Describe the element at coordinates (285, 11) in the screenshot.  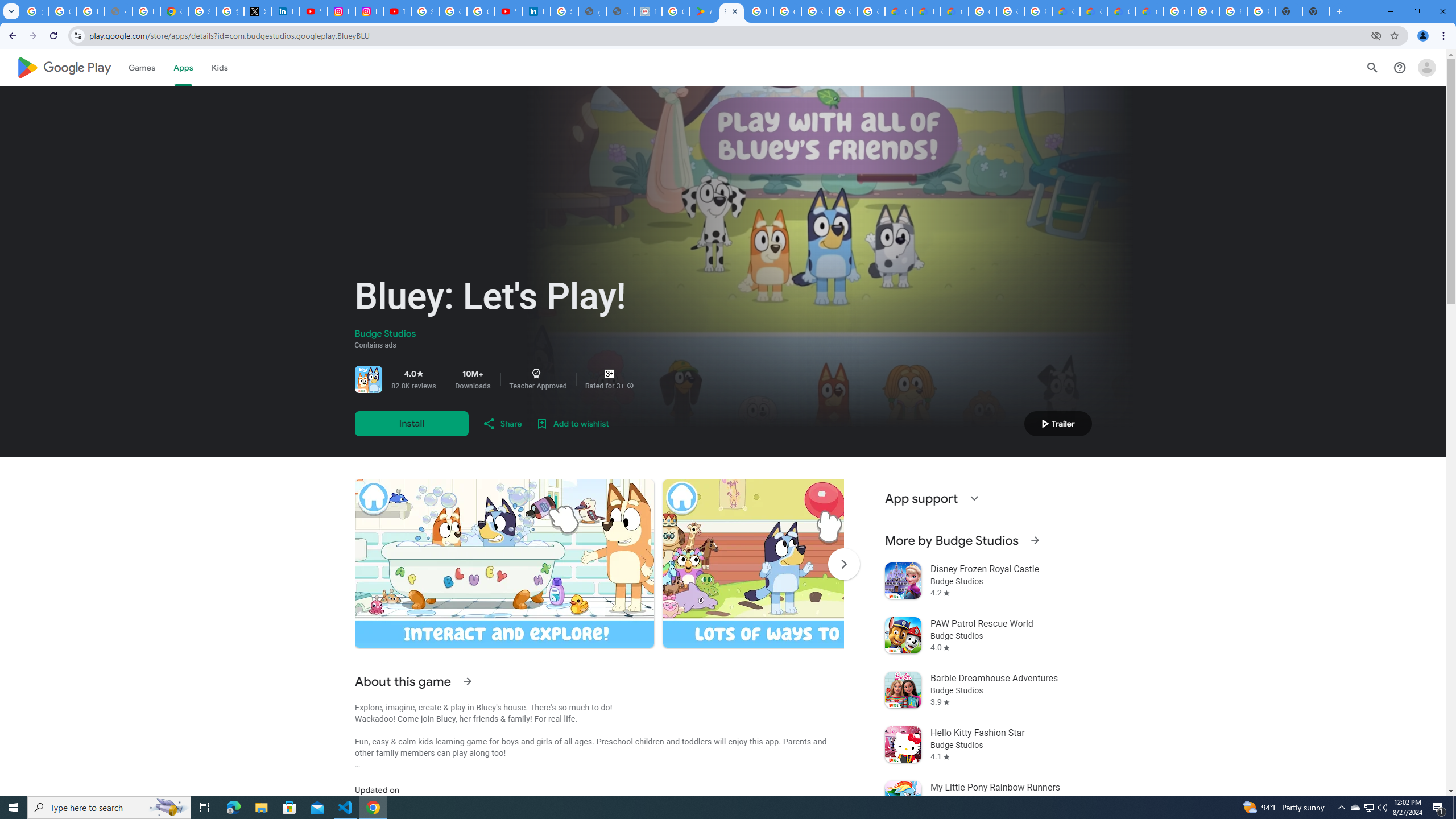
I see `'LinkedIn Privacy Policy'` at that location.